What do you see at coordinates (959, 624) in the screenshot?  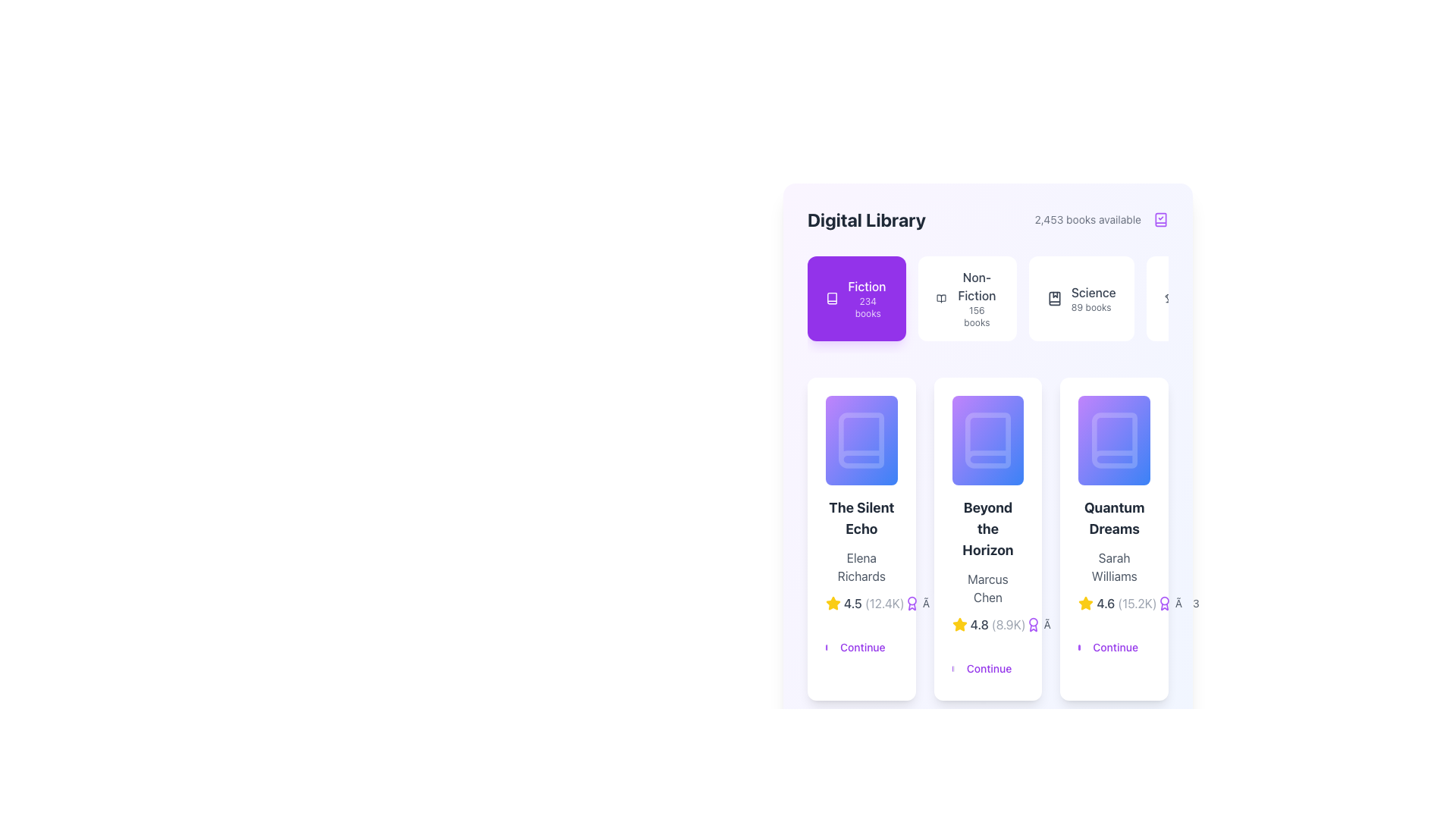 I see `the star icon representing the rating system for 'Beyond the Horizon', located directly under the book thumbnail` at bounding box center [959, 624].